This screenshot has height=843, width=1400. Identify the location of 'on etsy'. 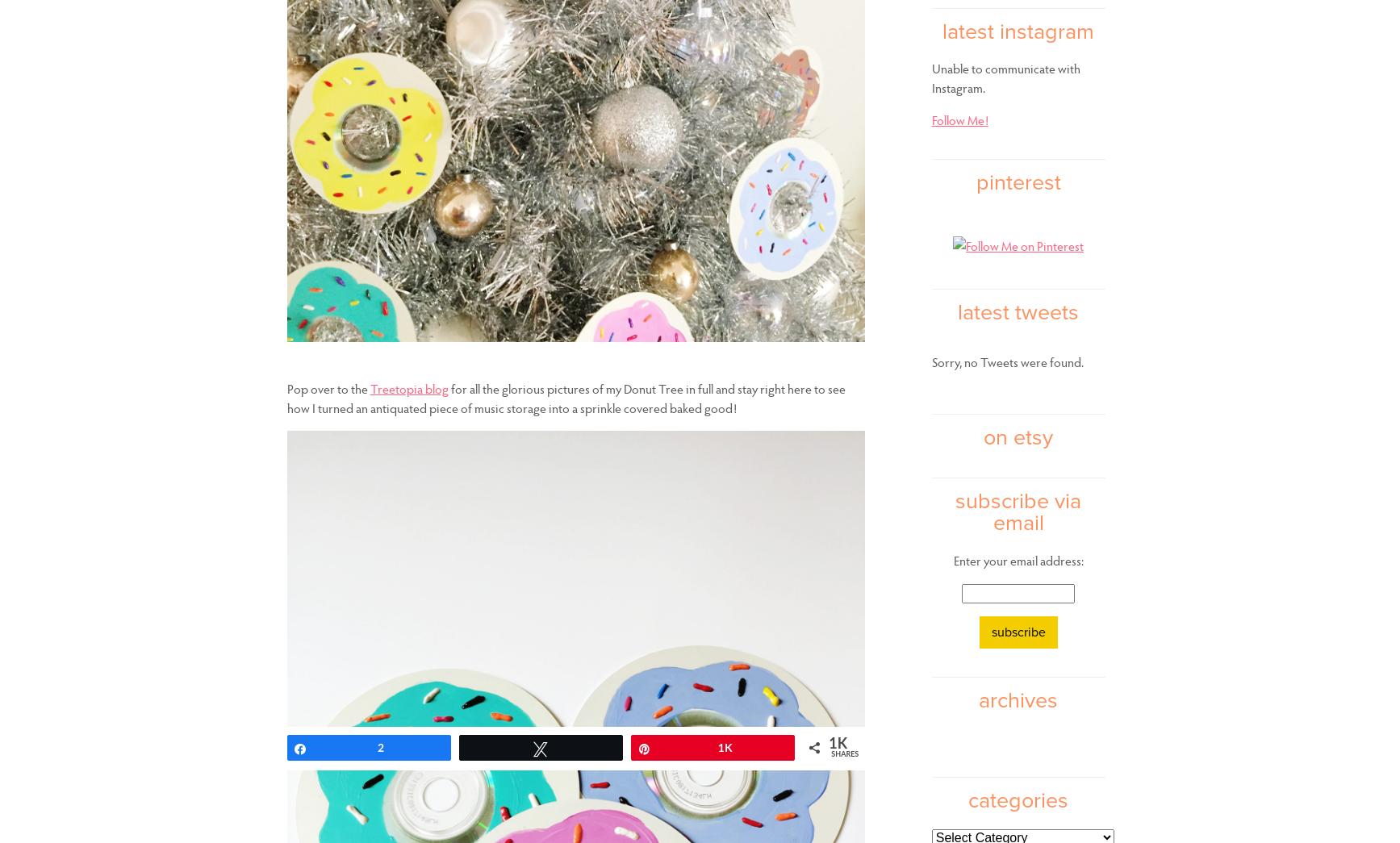
(1018, 437).